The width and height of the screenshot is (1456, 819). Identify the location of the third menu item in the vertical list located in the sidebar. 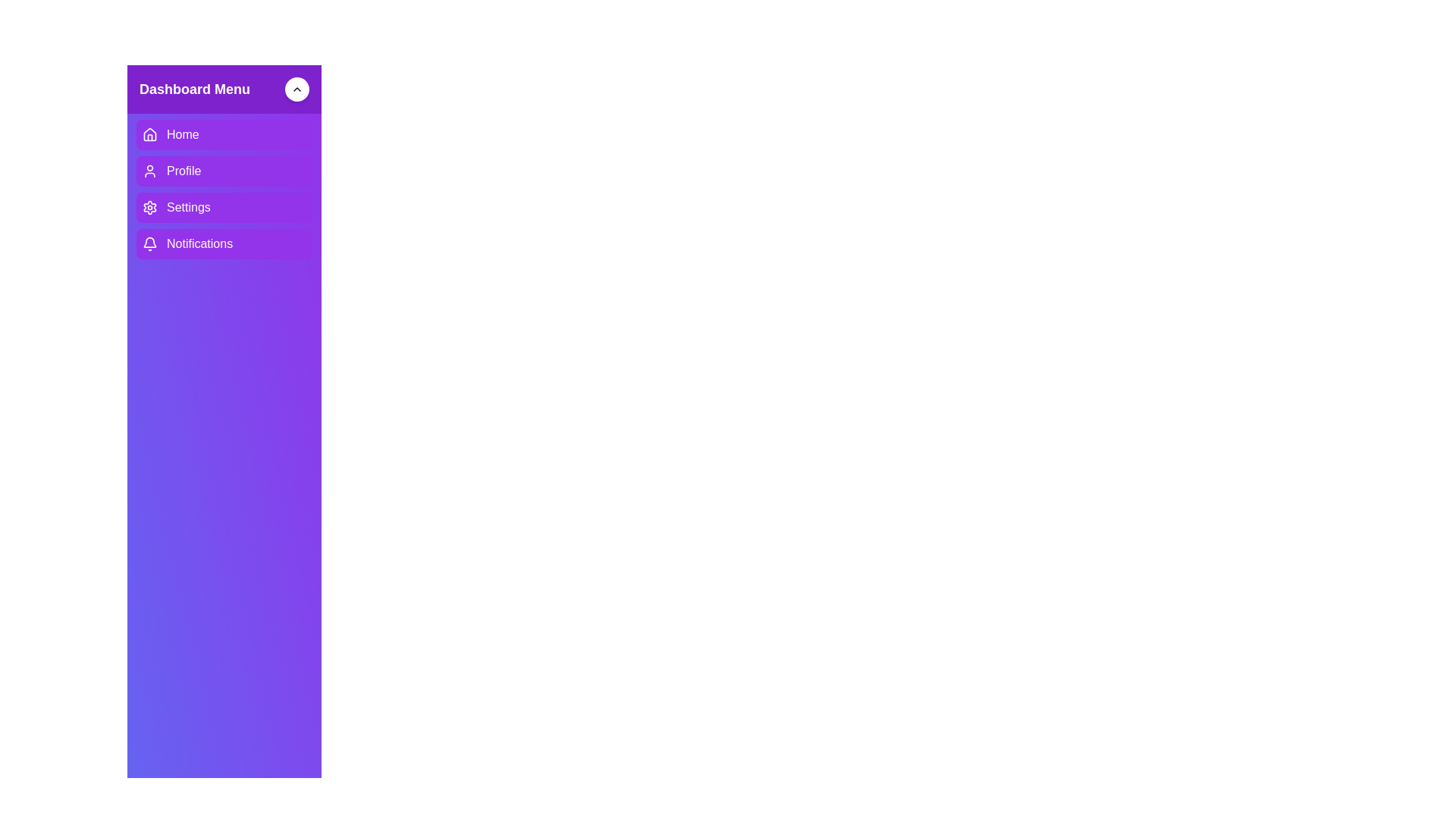
(224, 207).